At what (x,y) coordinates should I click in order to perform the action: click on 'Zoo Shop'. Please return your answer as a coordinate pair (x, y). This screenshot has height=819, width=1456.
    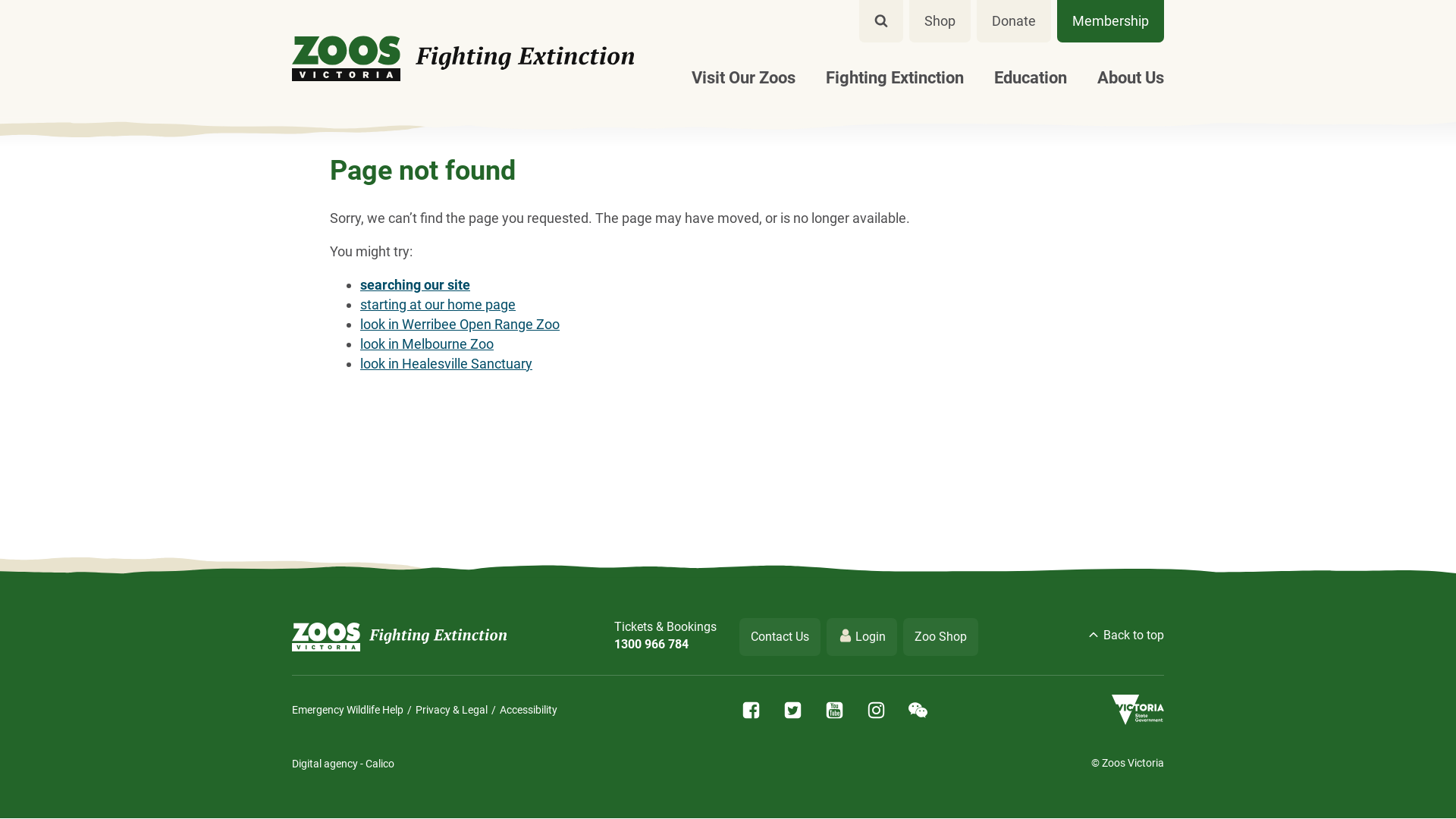
    Looking at the image, I should click on (940, 637).